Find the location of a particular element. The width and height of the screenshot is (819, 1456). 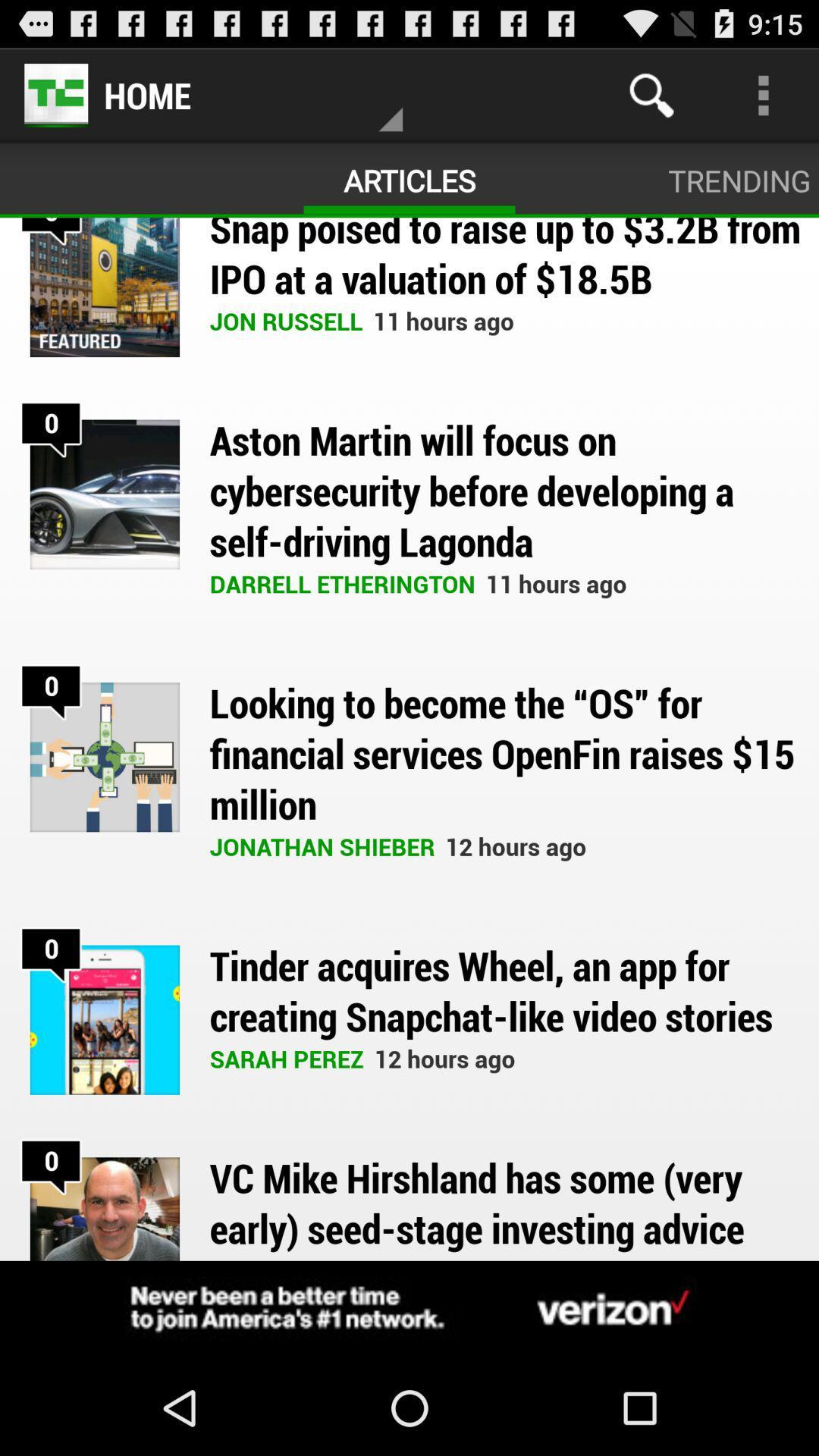

the last image in the page is located at coordinates (104, 1208).